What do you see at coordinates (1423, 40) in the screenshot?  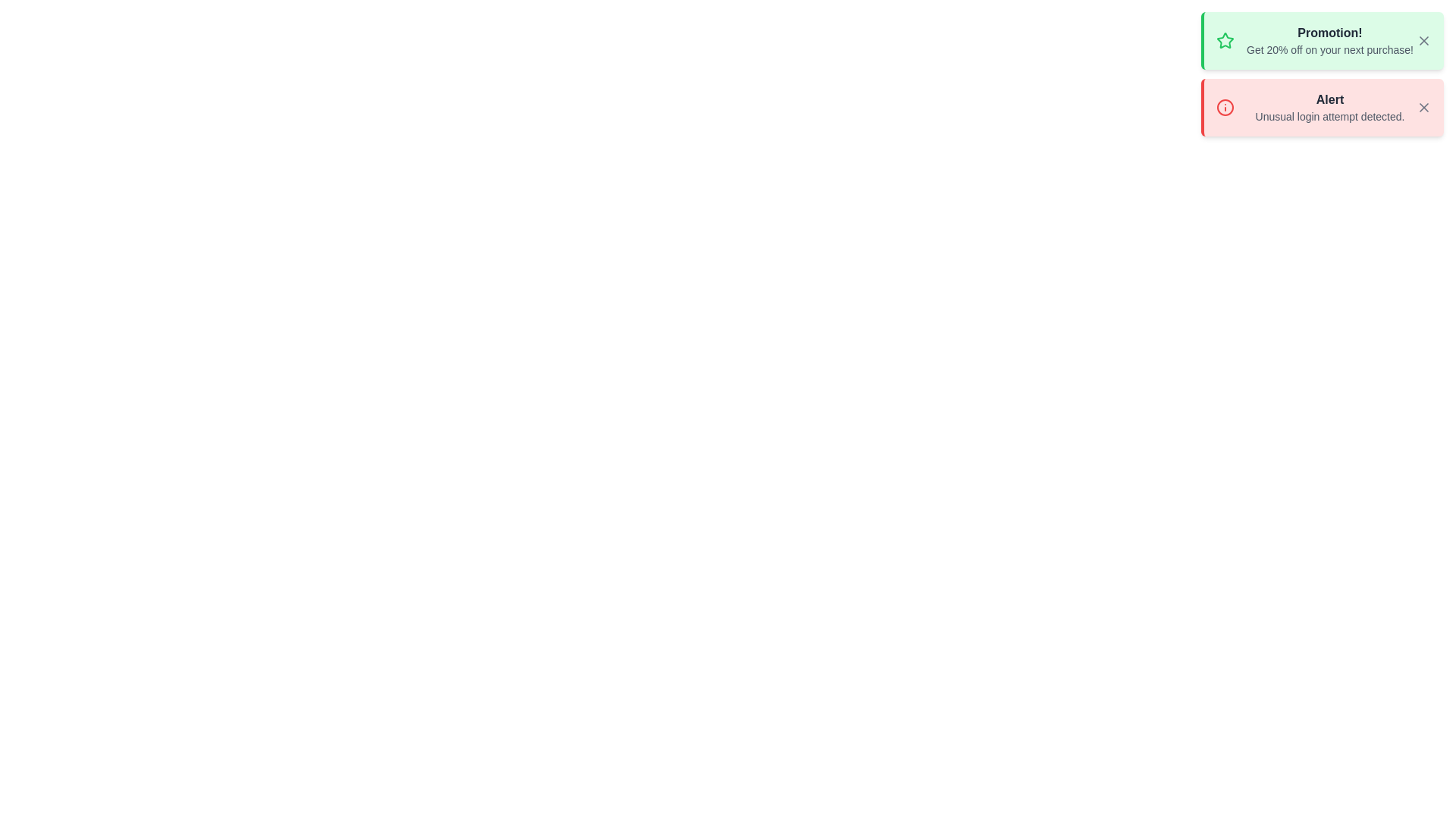 I see `the dismiss button icon located at the top-right corner of the green 'Promotion!' message box to observe its styling change` at bounding box center [1423, 40].